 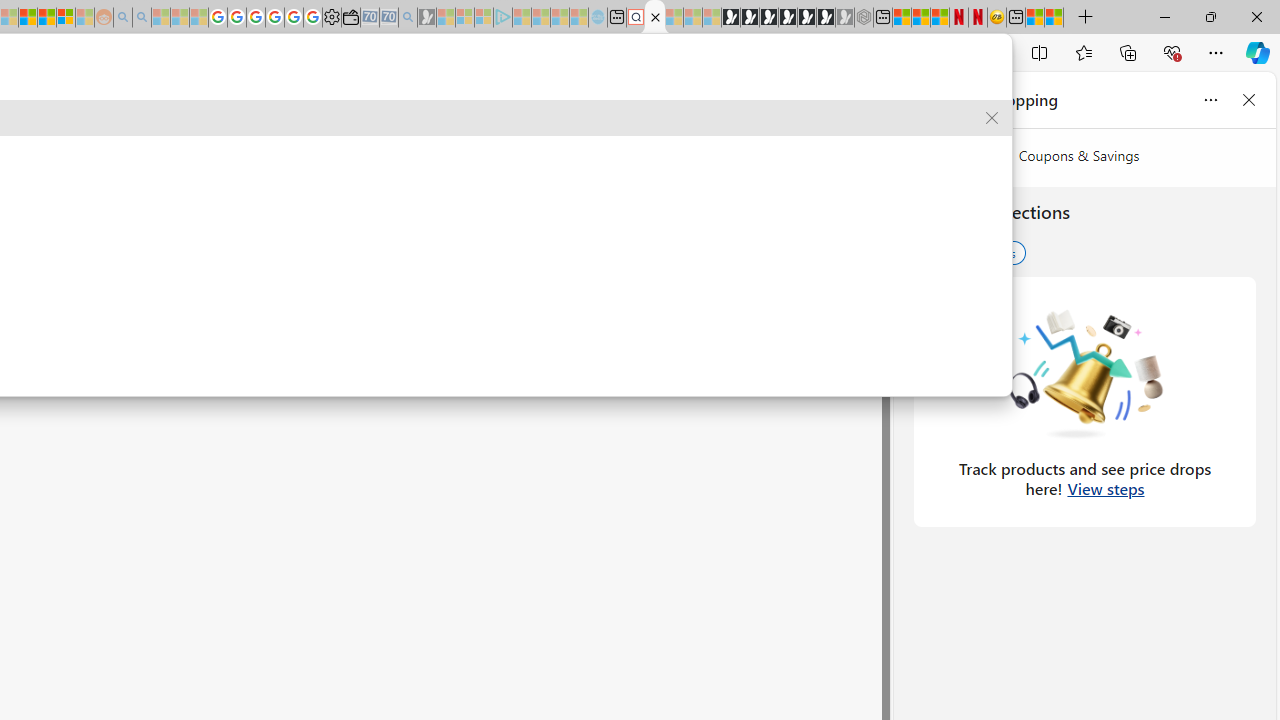 What do you see at coordinates (992, 118) in the screenshot?
I see `'Remove suggestion'` at bounding box center [992, 118].